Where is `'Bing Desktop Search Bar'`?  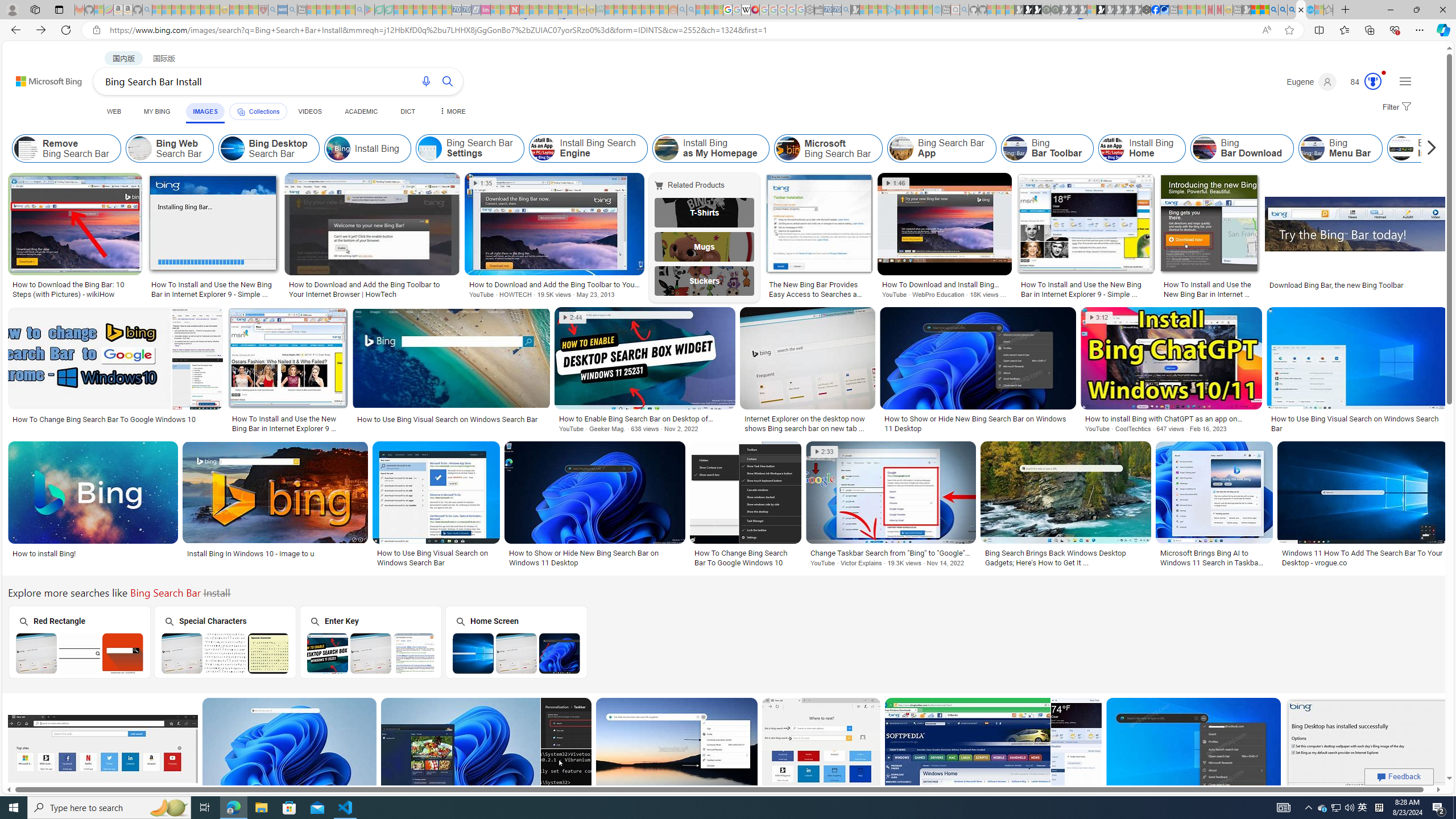 'Bing Desktop Search Bar' is located at coordinates (268, 148).